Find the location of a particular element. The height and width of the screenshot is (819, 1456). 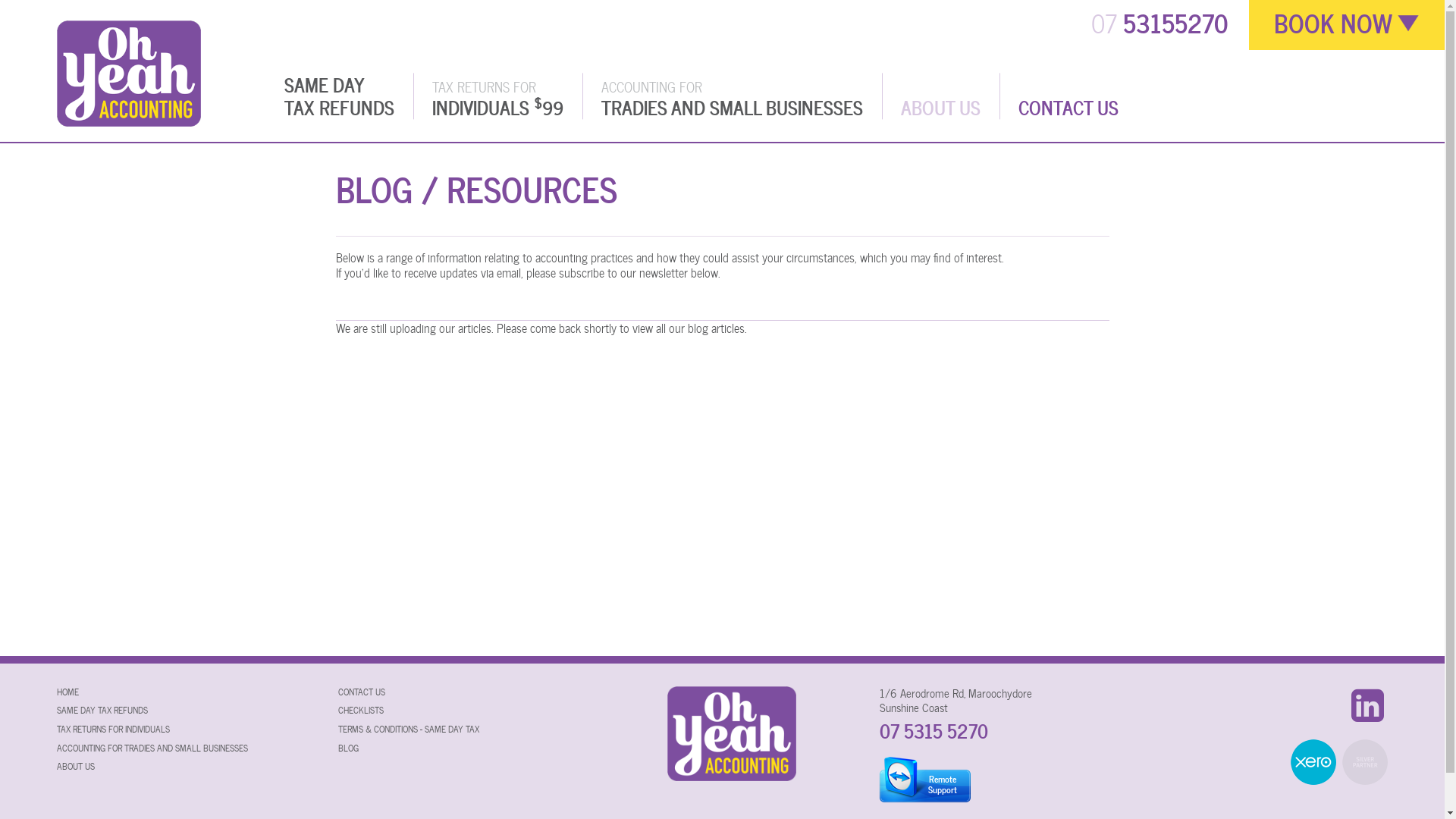

'CONTACT US' is located at coordinates (1068, 106).